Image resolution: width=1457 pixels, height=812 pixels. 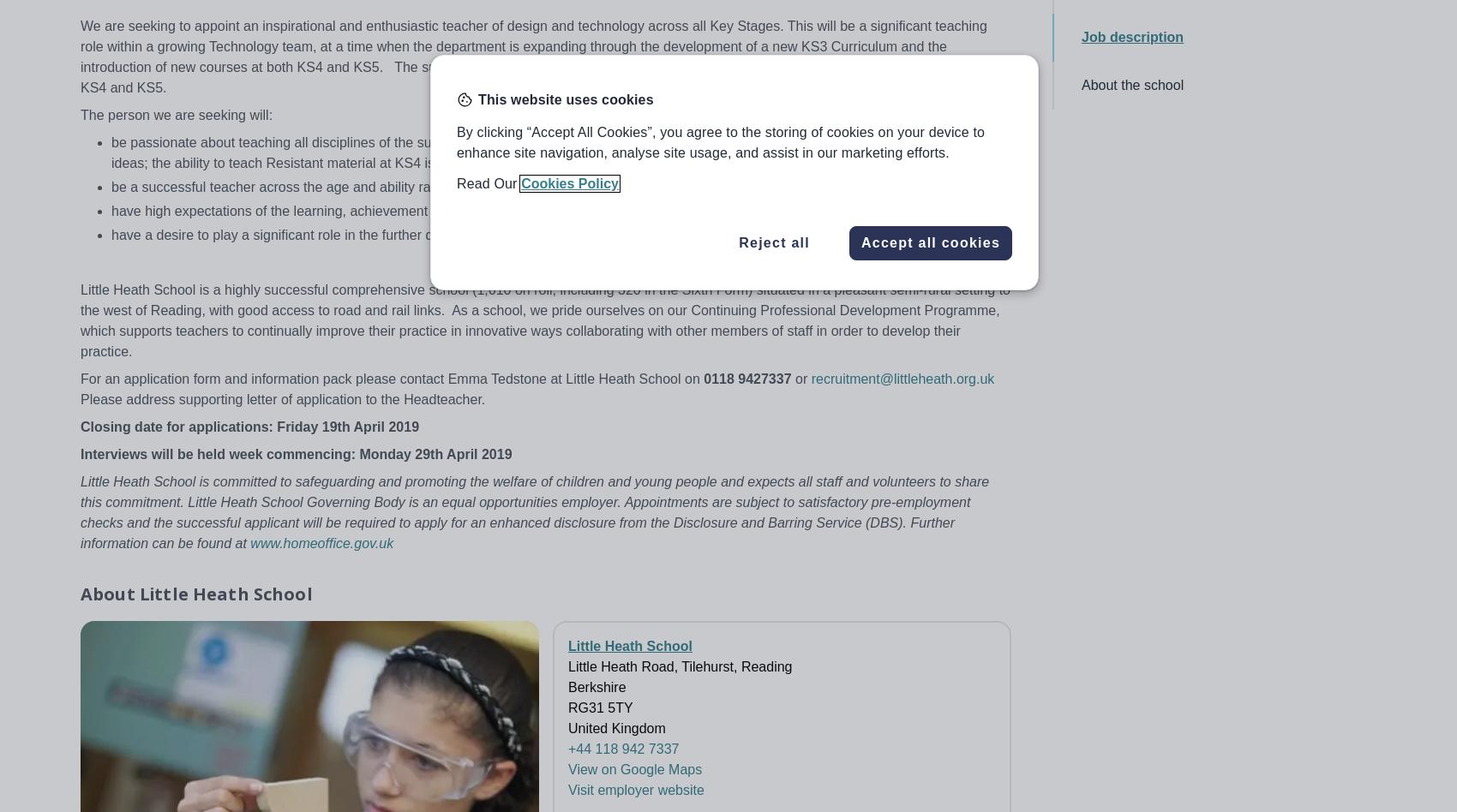 What do you see at coordinates (267, 635) in the screenshot?
I see `'Location guides'` at bounding box center [267, 635].